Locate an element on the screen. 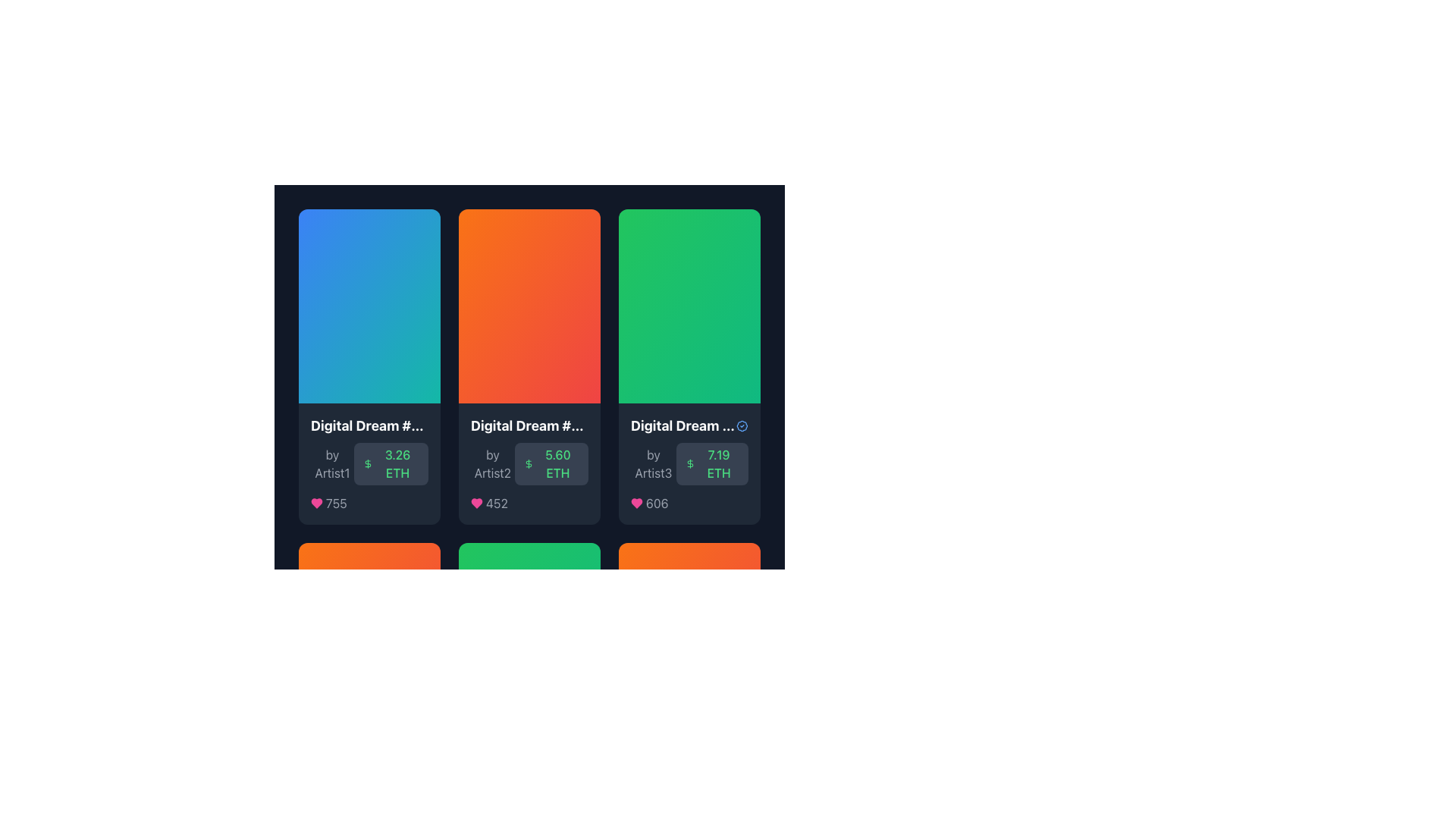  the Decorative area at the top of the first card in a horizontally-aligned list, which serves as a display area for an image or decorative background is located at coordinates (369, 306).